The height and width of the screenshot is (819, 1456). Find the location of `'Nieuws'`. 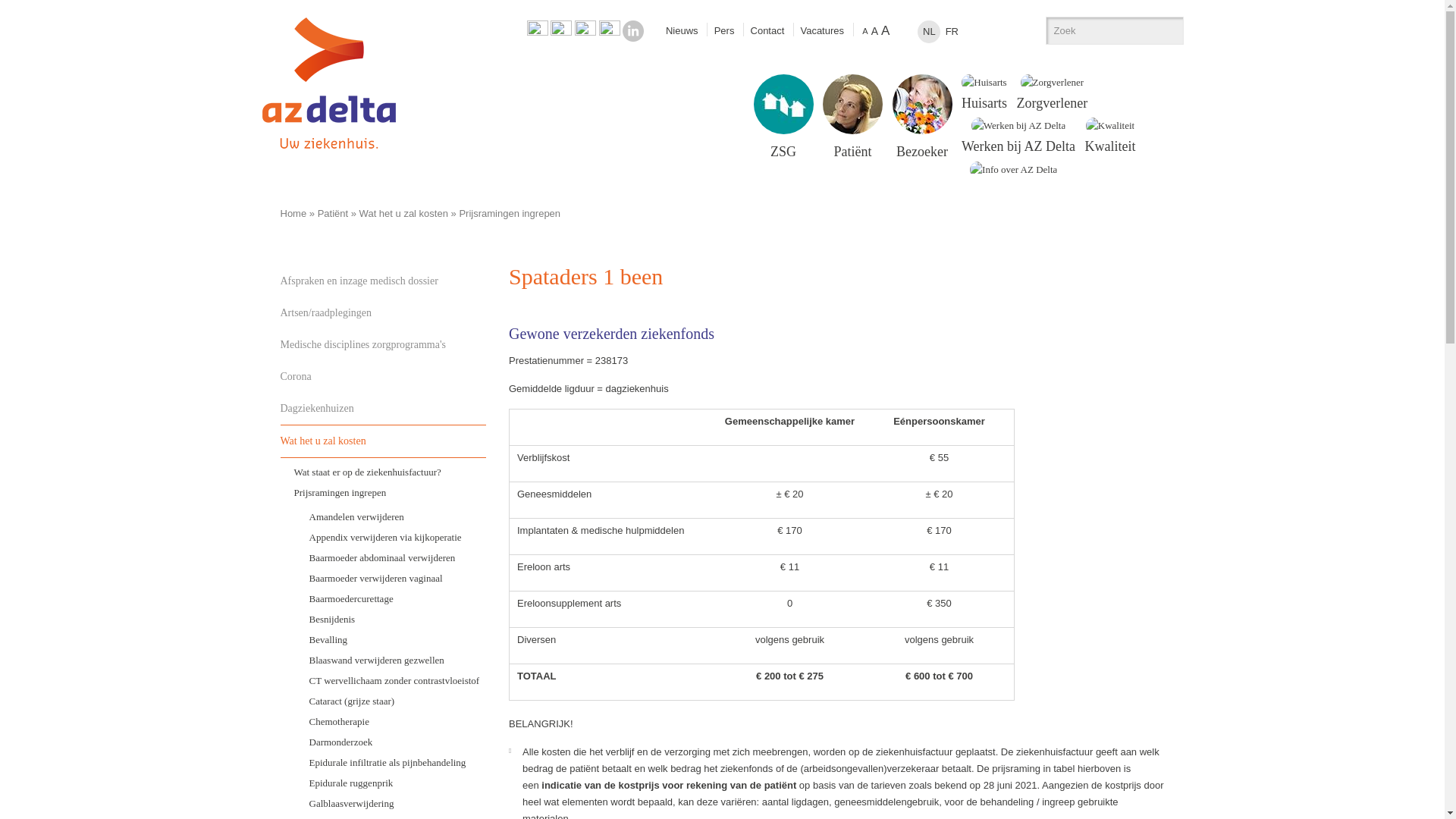

'Nieuws' is located at coordinates (681, 30).